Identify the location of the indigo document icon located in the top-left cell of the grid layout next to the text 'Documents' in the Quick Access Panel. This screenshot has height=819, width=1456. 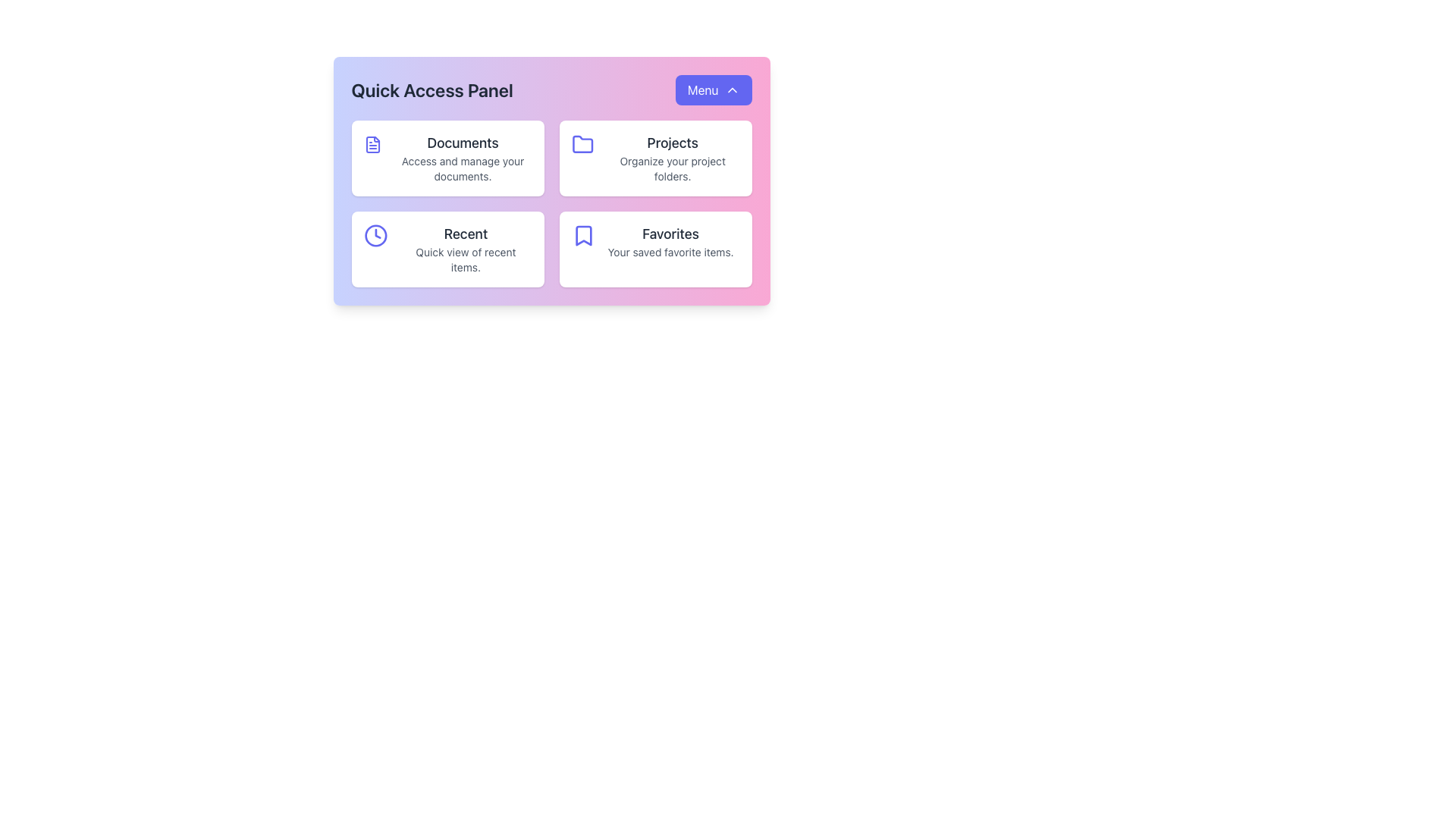
(372, 145).